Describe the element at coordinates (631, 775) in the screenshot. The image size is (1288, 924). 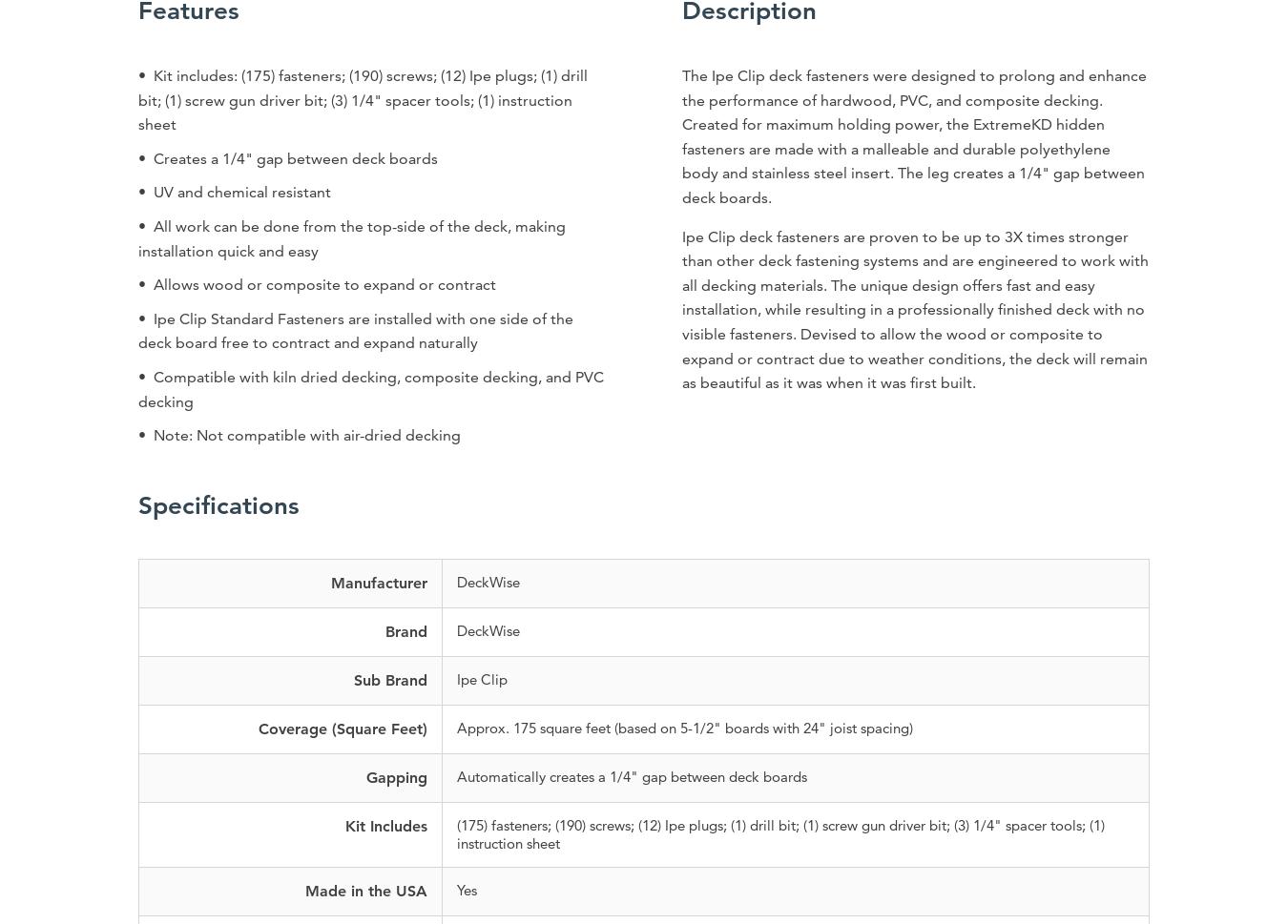
I see `'Automatically creates a 1/4" gap between deck boards'` at that location.